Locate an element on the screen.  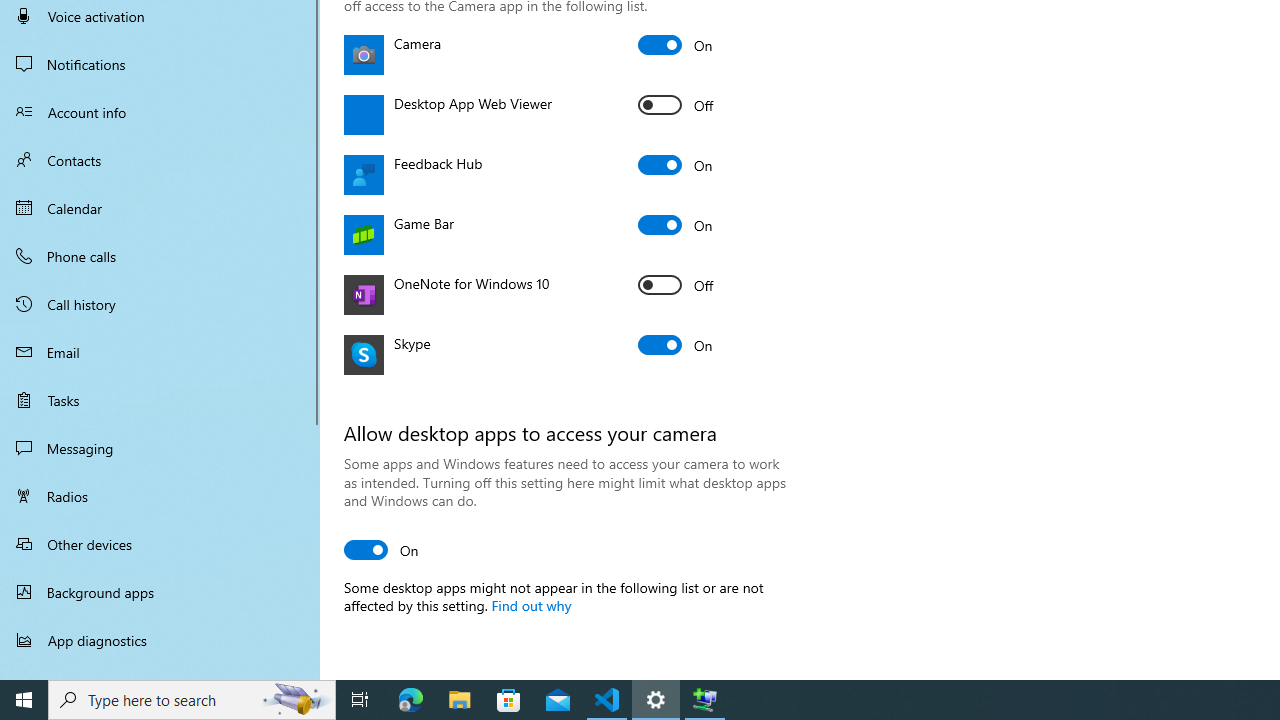
'Phone calls' is located at coordinates (160, 254).